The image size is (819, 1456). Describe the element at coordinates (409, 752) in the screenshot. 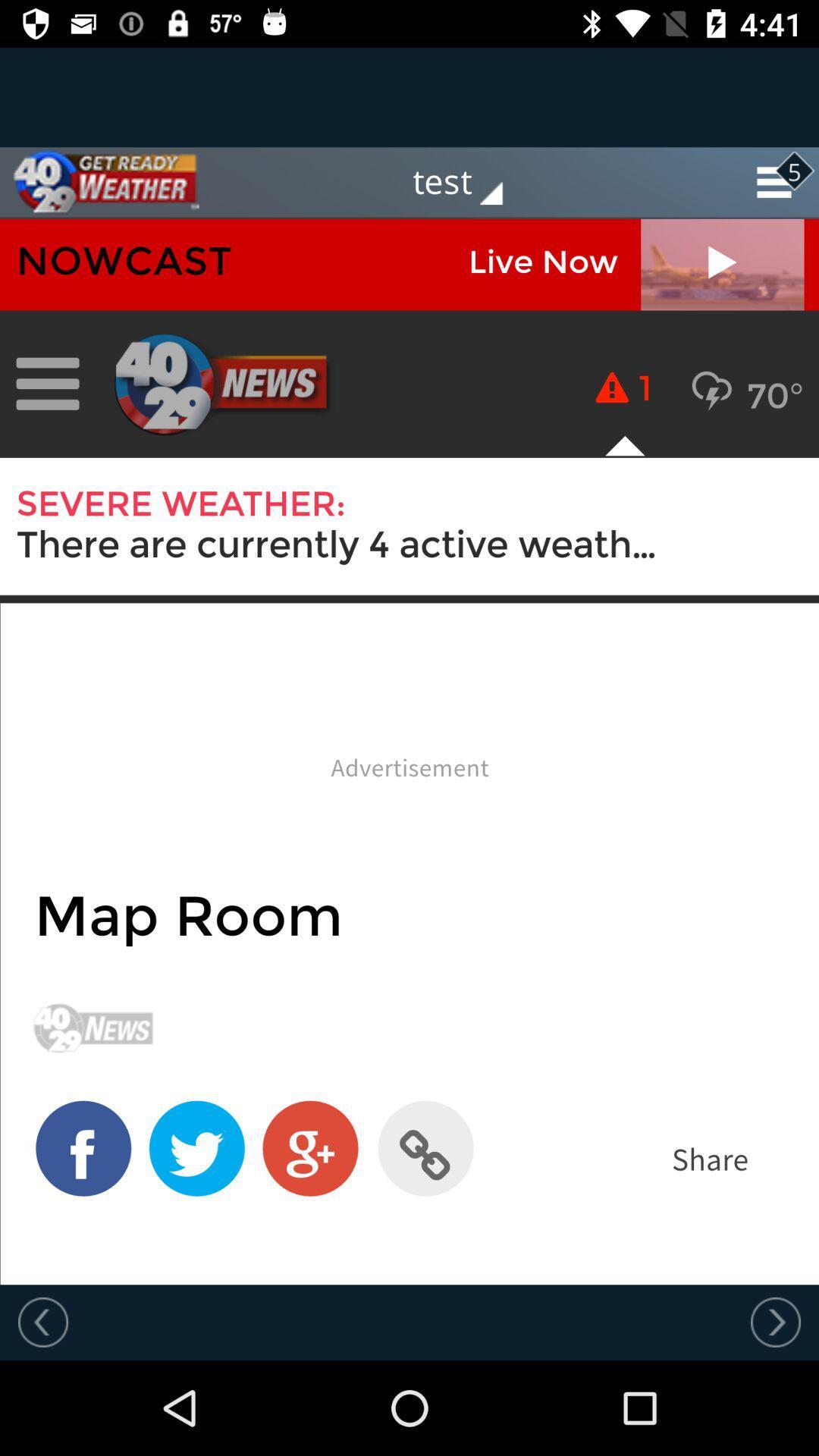

I see `open weather report` at that location.